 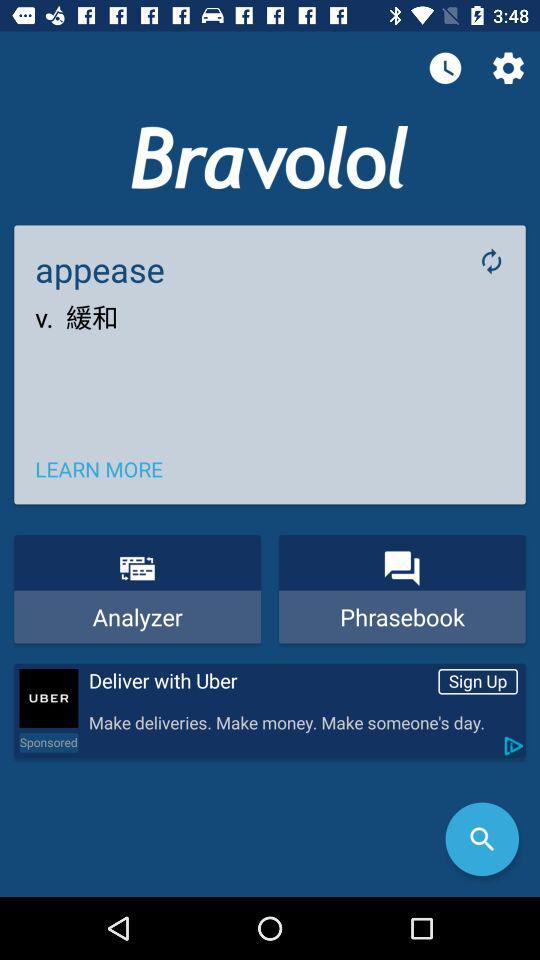 What do you see at coordinates (301, 722) in the screenshot?
I see `make deliveries make` at bounding box center [301, 722].